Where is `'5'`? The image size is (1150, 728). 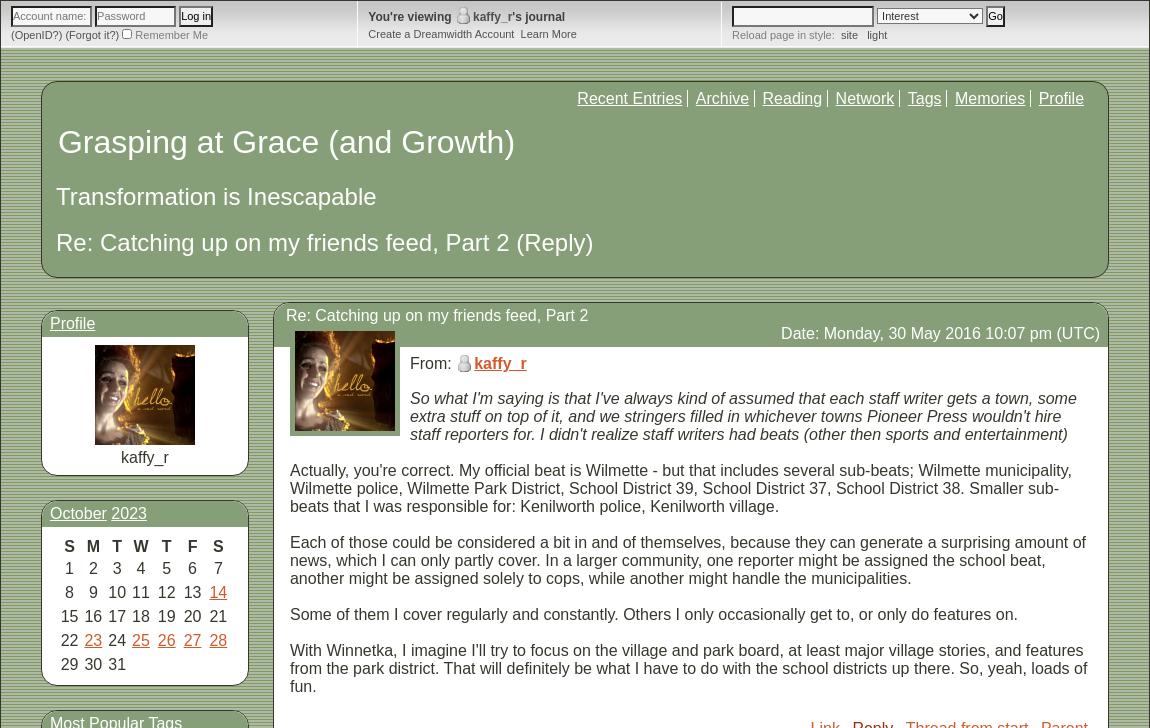 '5' is located at coordinates (165, 568).